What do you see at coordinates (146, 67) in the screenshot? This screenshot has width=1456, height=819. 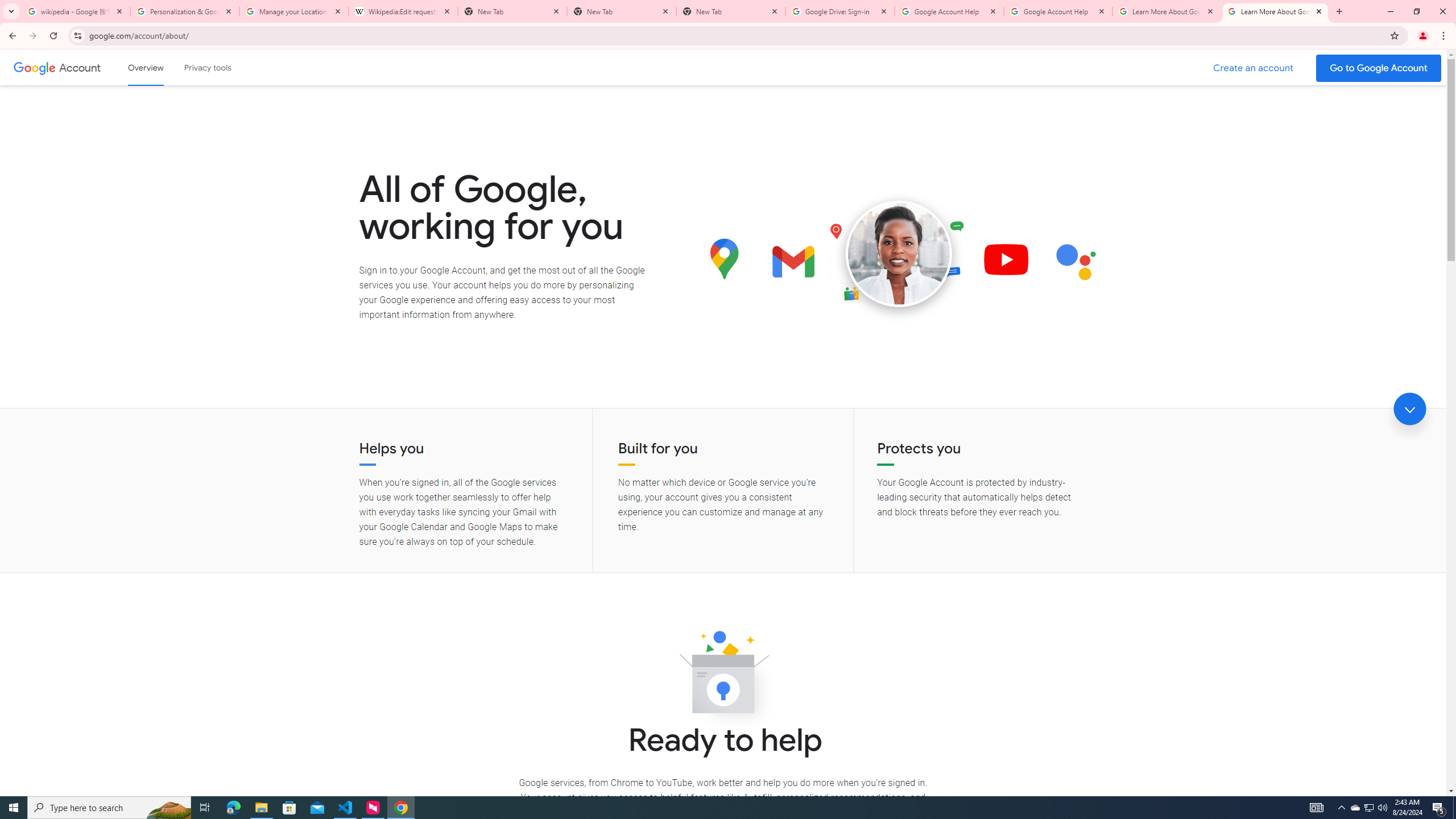 I see `'Google Account overview'` at bounding box center [146, 67].